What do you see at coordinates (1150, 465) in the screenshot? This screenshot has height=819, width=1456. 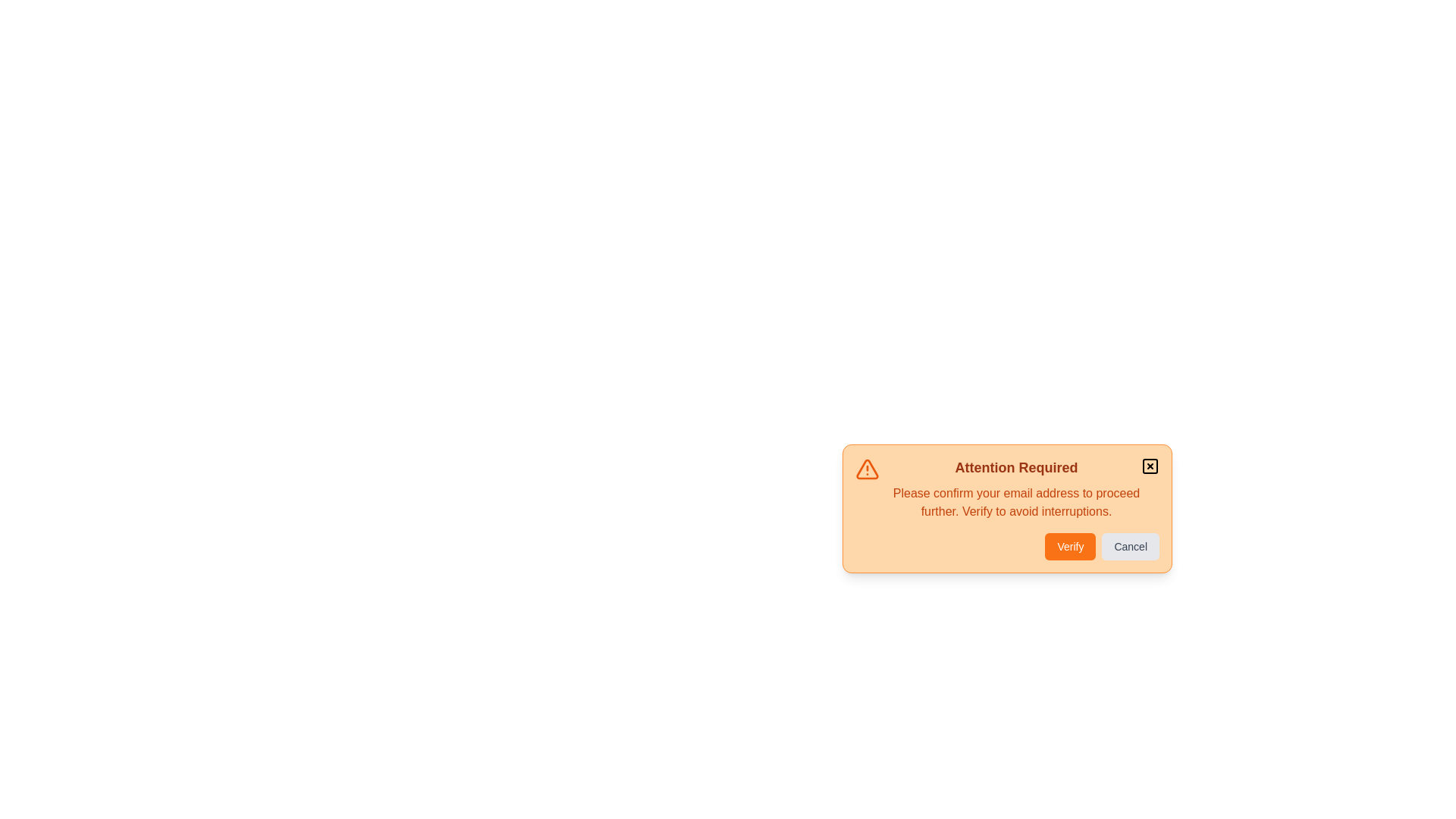 I see `the close button` at bounding box center [1150, 465].